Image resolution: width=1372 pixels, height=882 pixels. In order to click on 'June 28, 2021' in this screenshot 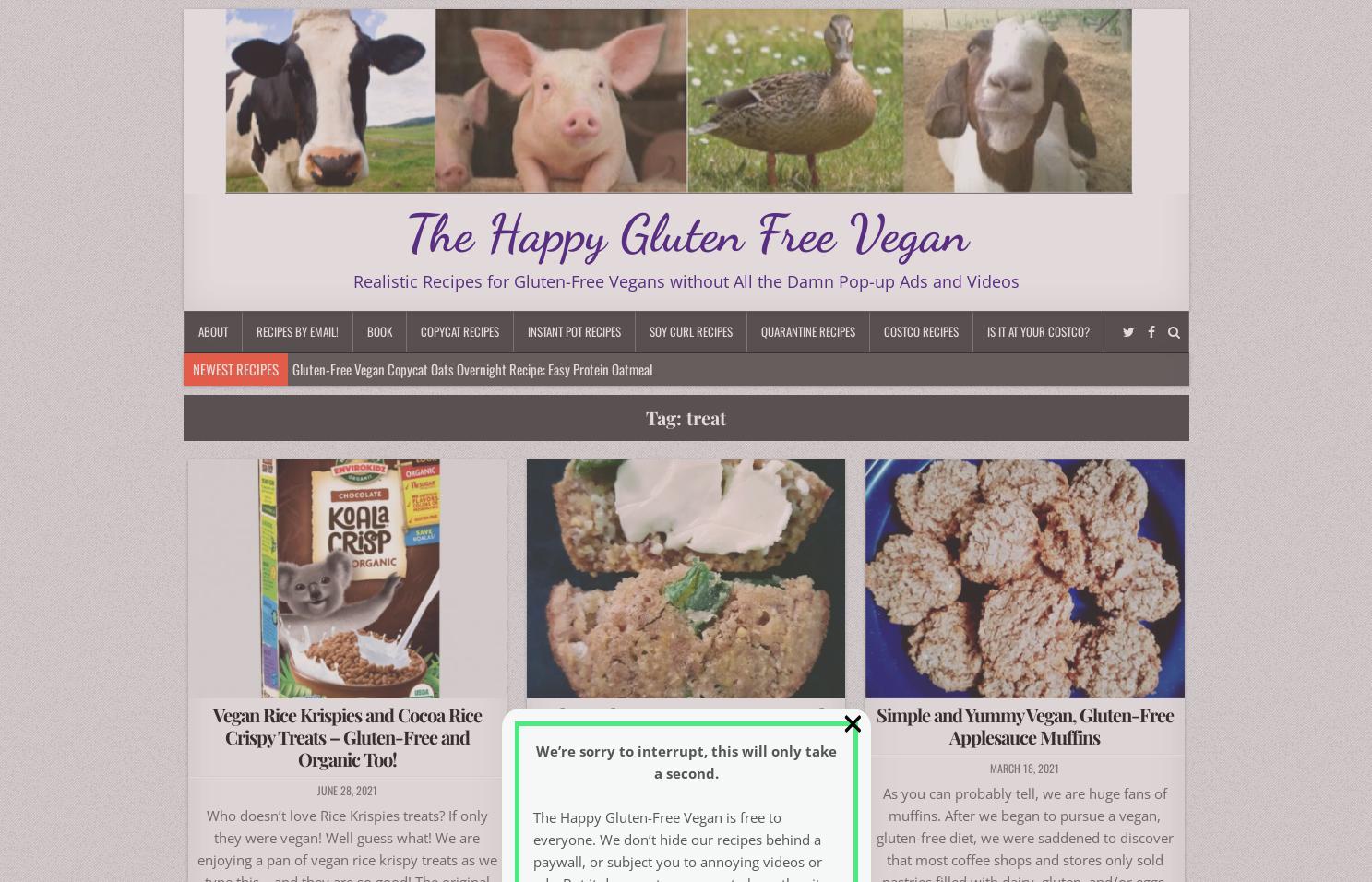, I will do `click(346, 789)`.